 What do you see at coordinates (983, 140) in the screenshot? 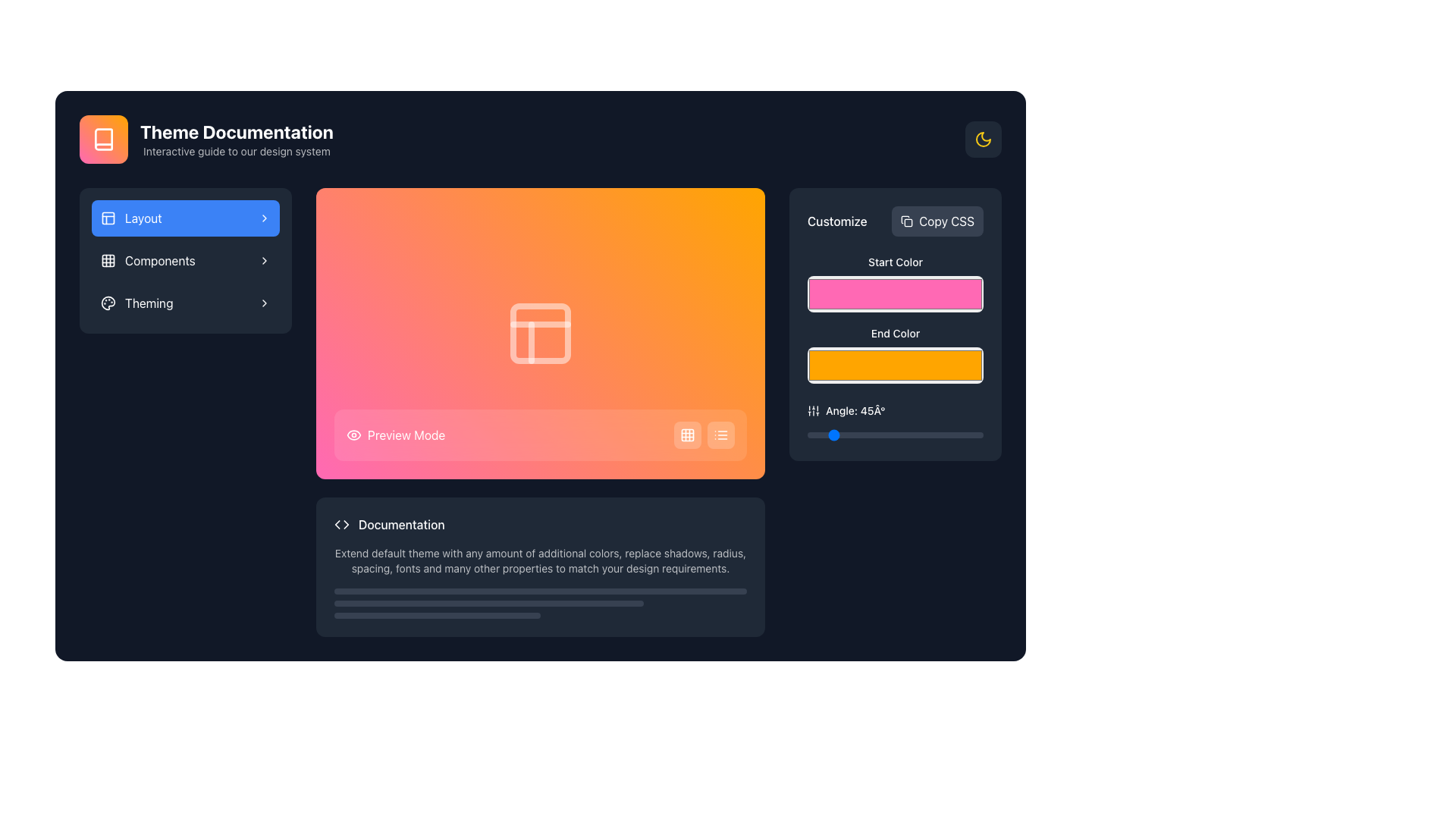
I see `the circular icon with a yellow outline and dark interior, featuring a crescent moon shape, located in the top-right corner of the application interface` at bounding box center [983, 140].